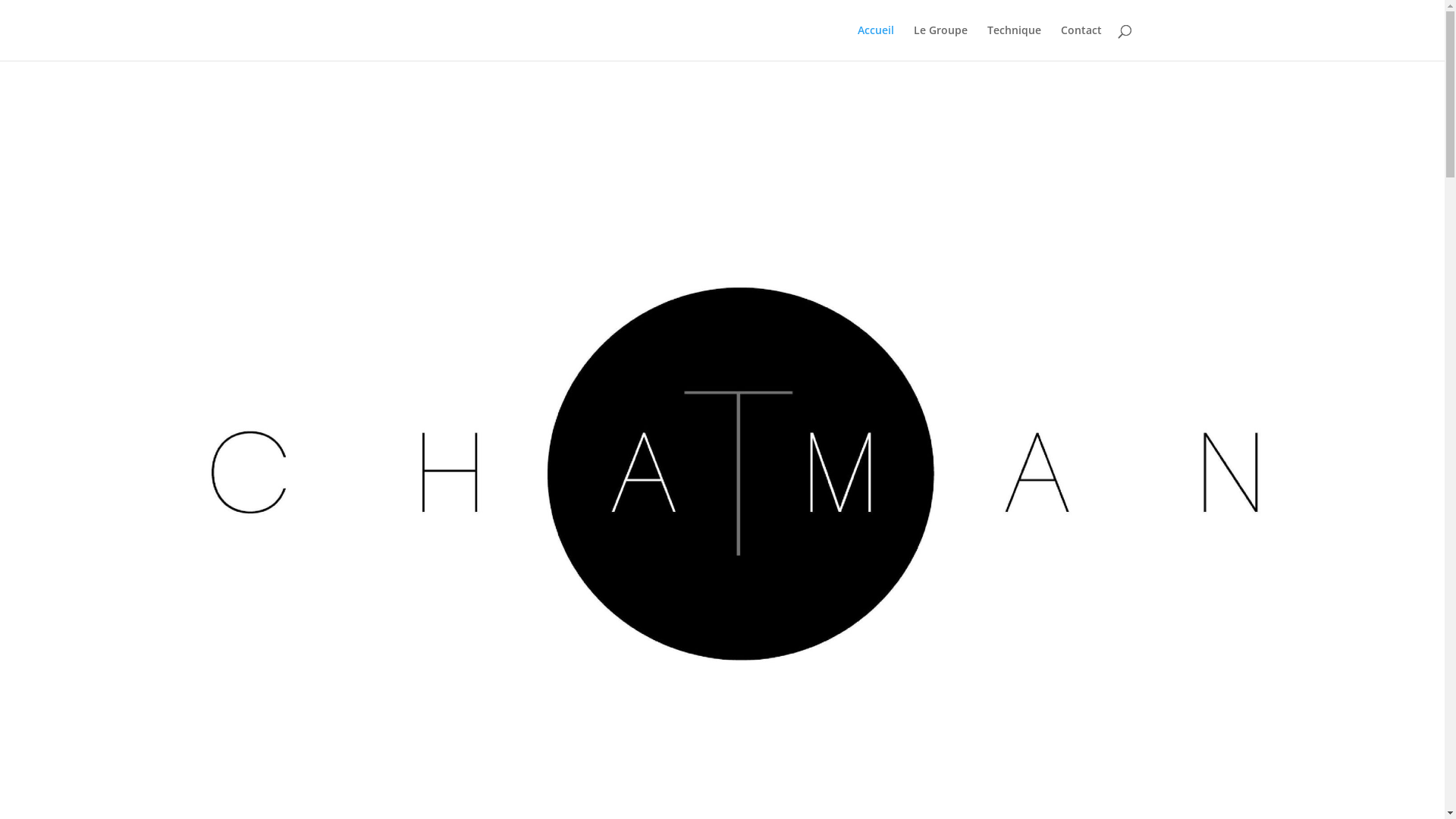 Image resolution: width=1456 pixels, height=819 pixels. I want to click on 'Accueil', so click(874, 42).